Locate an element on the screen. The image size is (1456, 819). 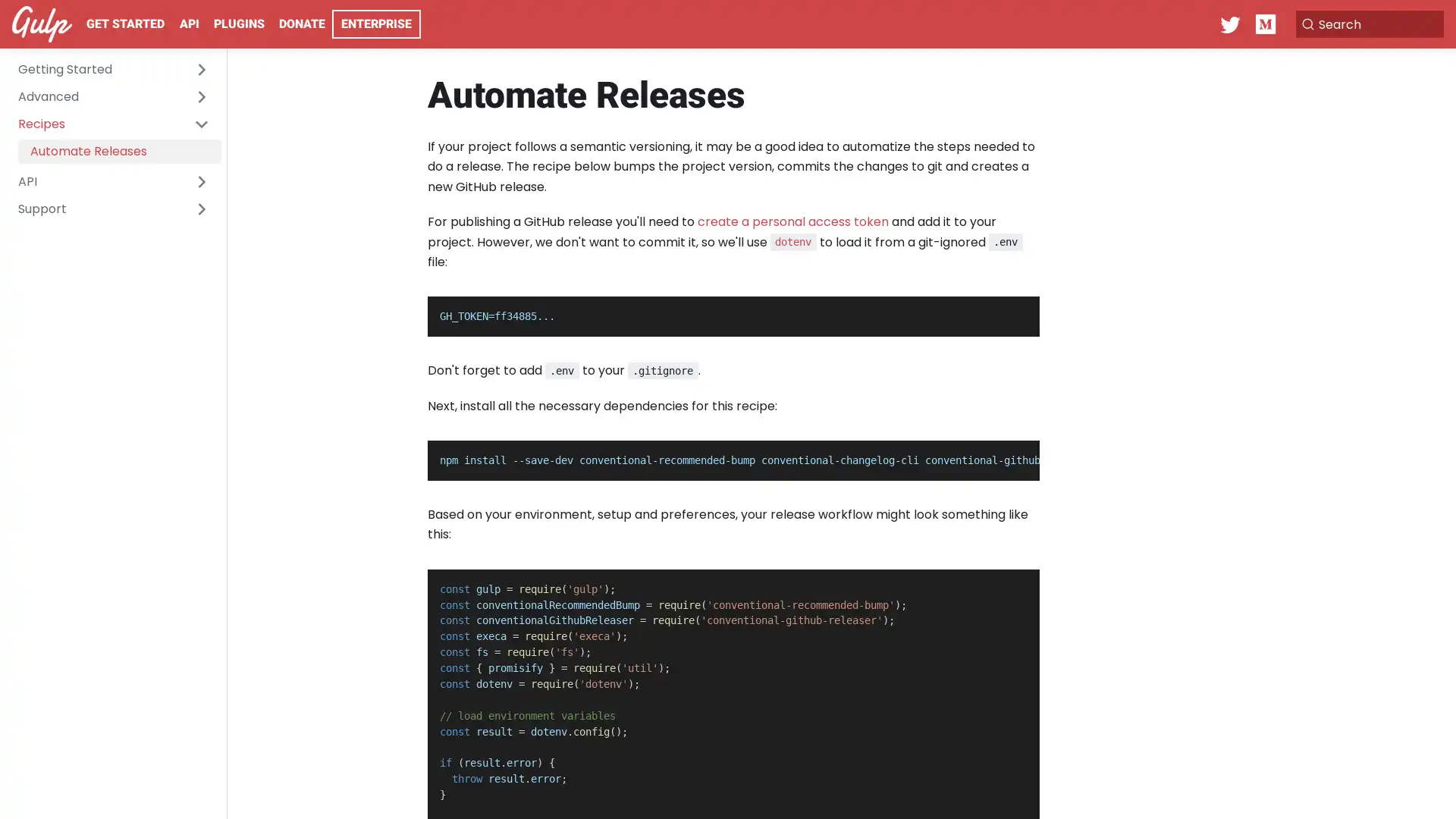
Search is located at coordinates (1368, 24).